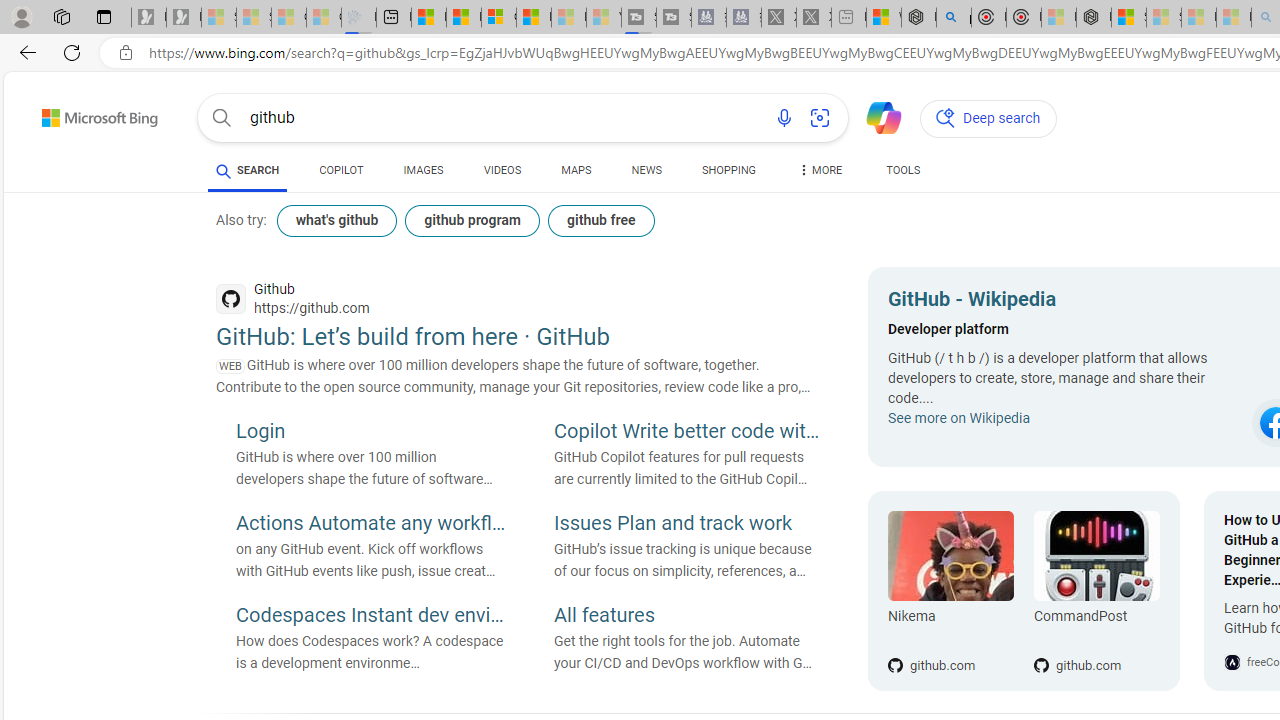  What do you see at coordinates (638, 17) in the screenshot?
I see `'Streaming Coverage | T3 - Sleeping'` at bounding box center [638, 17].